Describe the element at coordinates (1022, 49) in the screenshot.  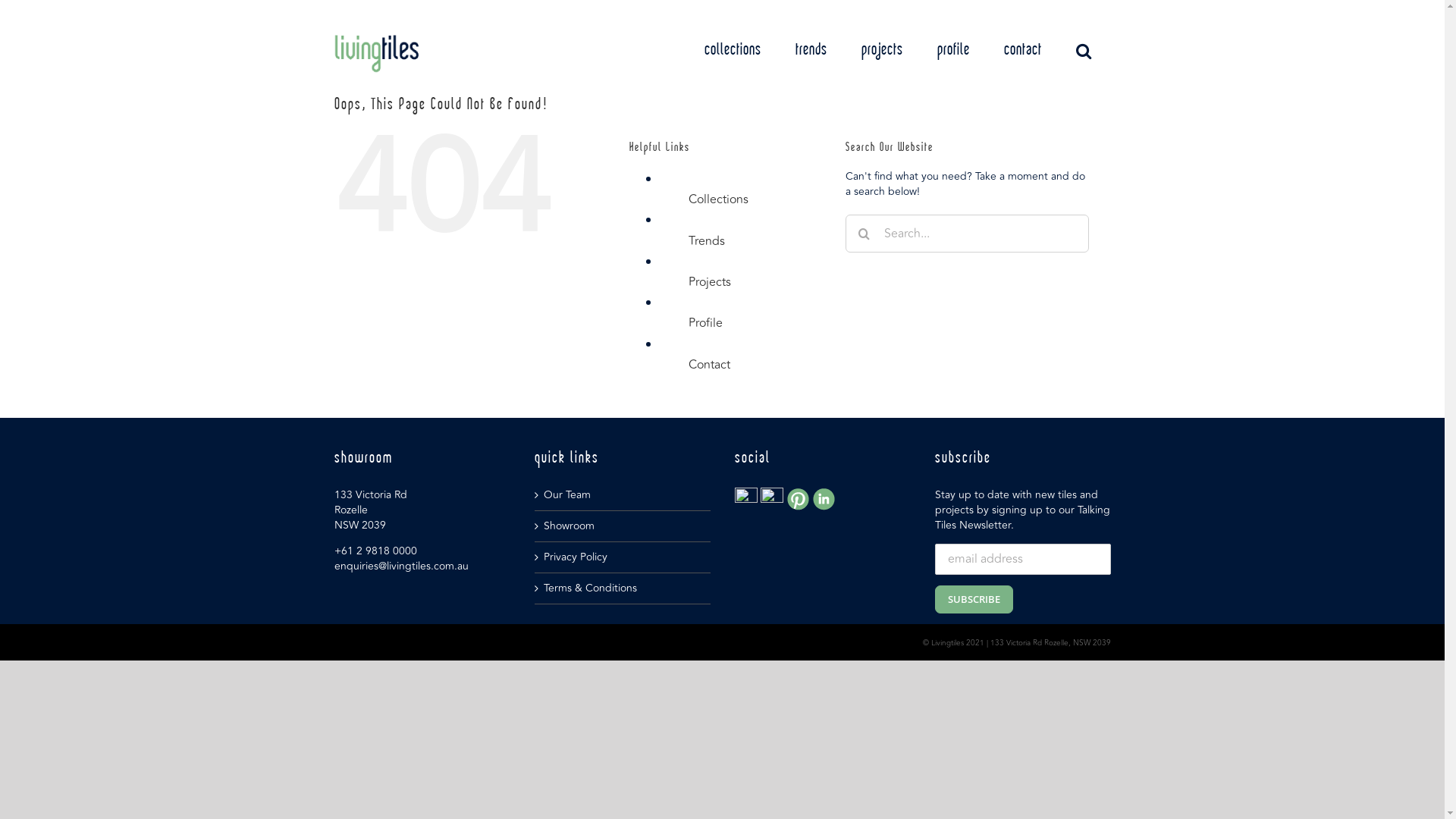
I see `'contact'` at that location.